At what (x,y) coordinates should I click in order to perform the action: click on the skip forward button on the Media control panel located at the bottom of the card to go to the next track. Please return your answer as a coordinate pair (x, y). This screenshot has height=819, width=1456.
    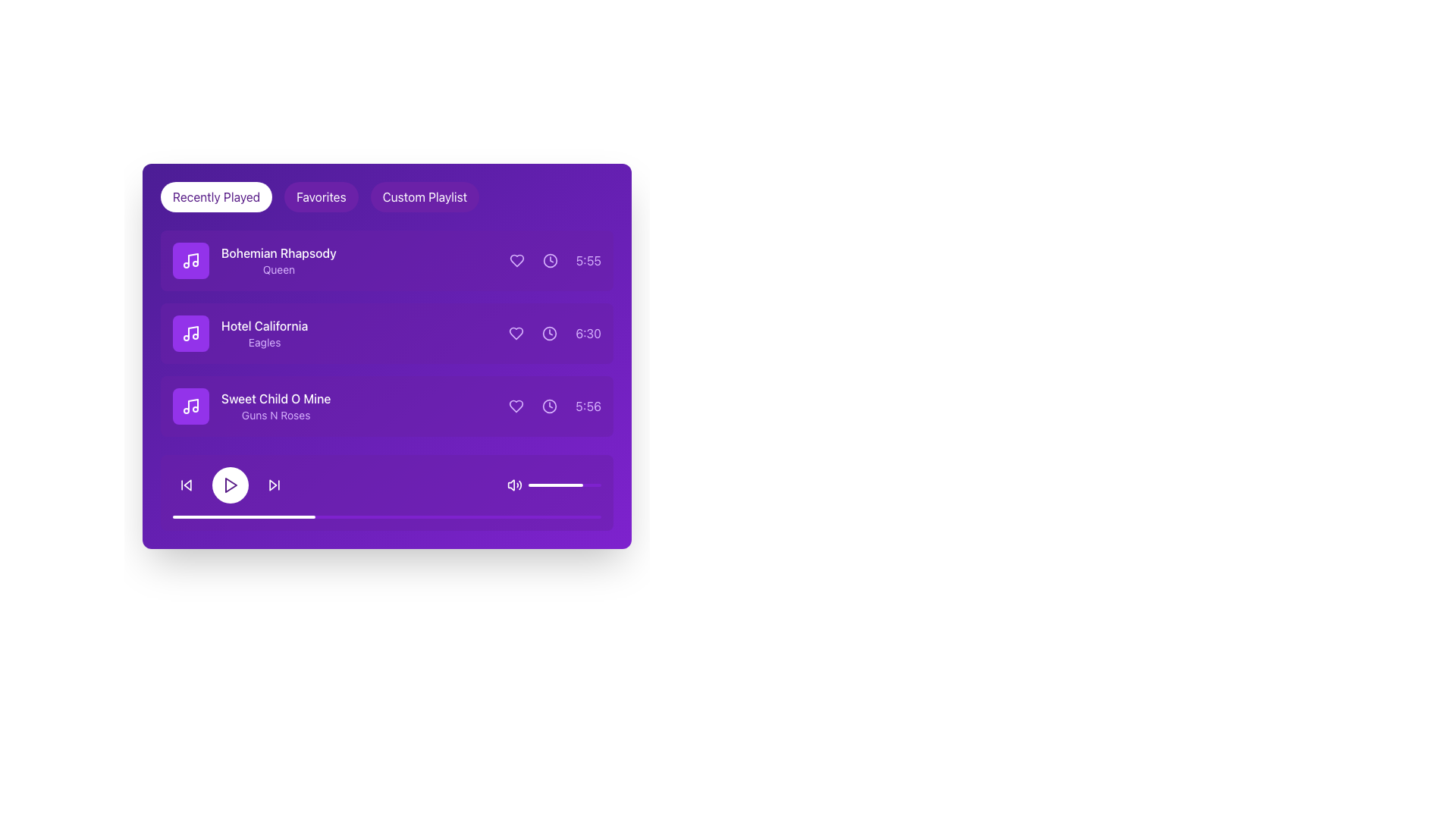
    Looking at the image, I should click on (387, 493).